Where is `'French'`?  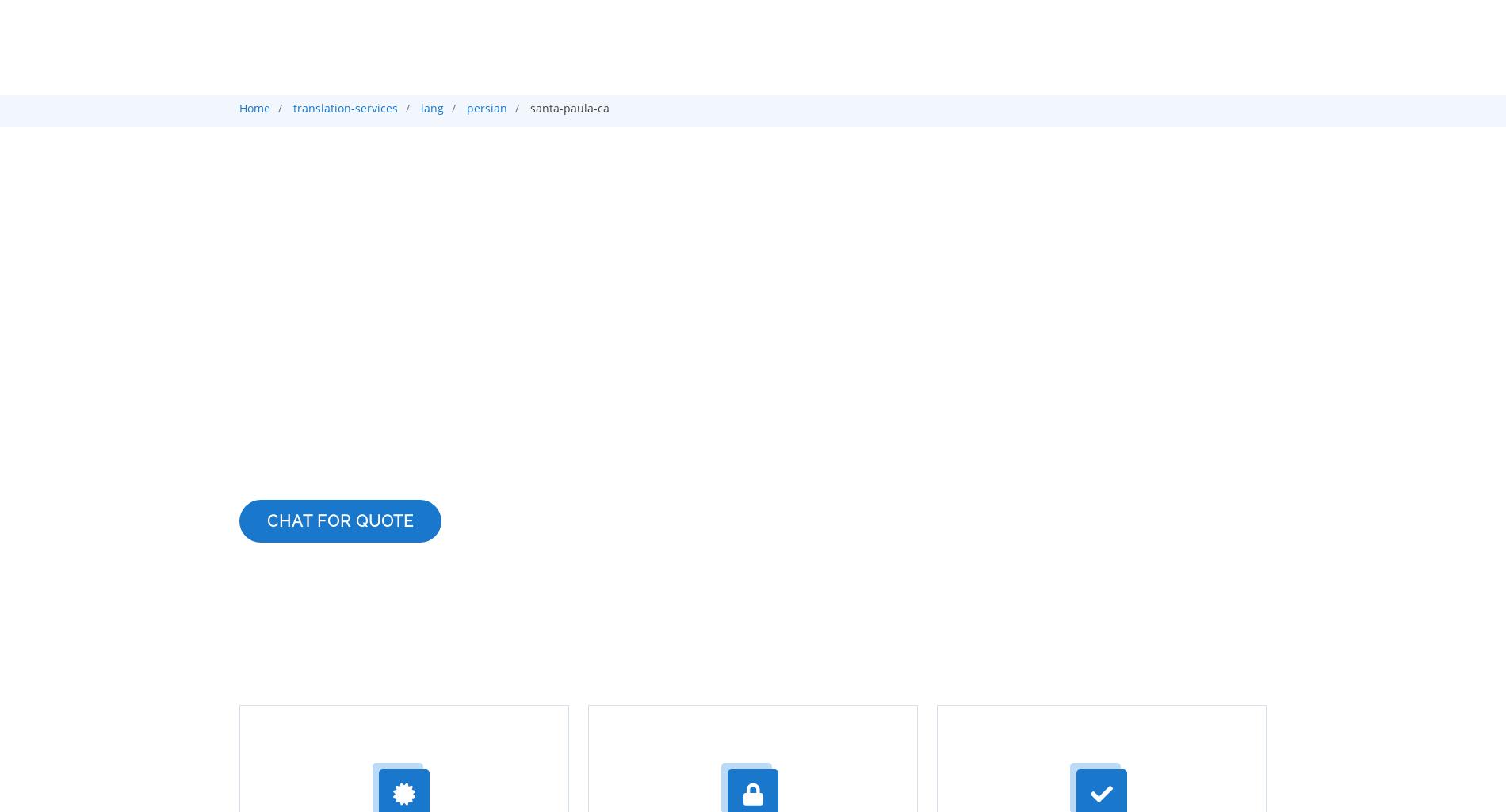
'French' is located at coordinates (1017, 524).